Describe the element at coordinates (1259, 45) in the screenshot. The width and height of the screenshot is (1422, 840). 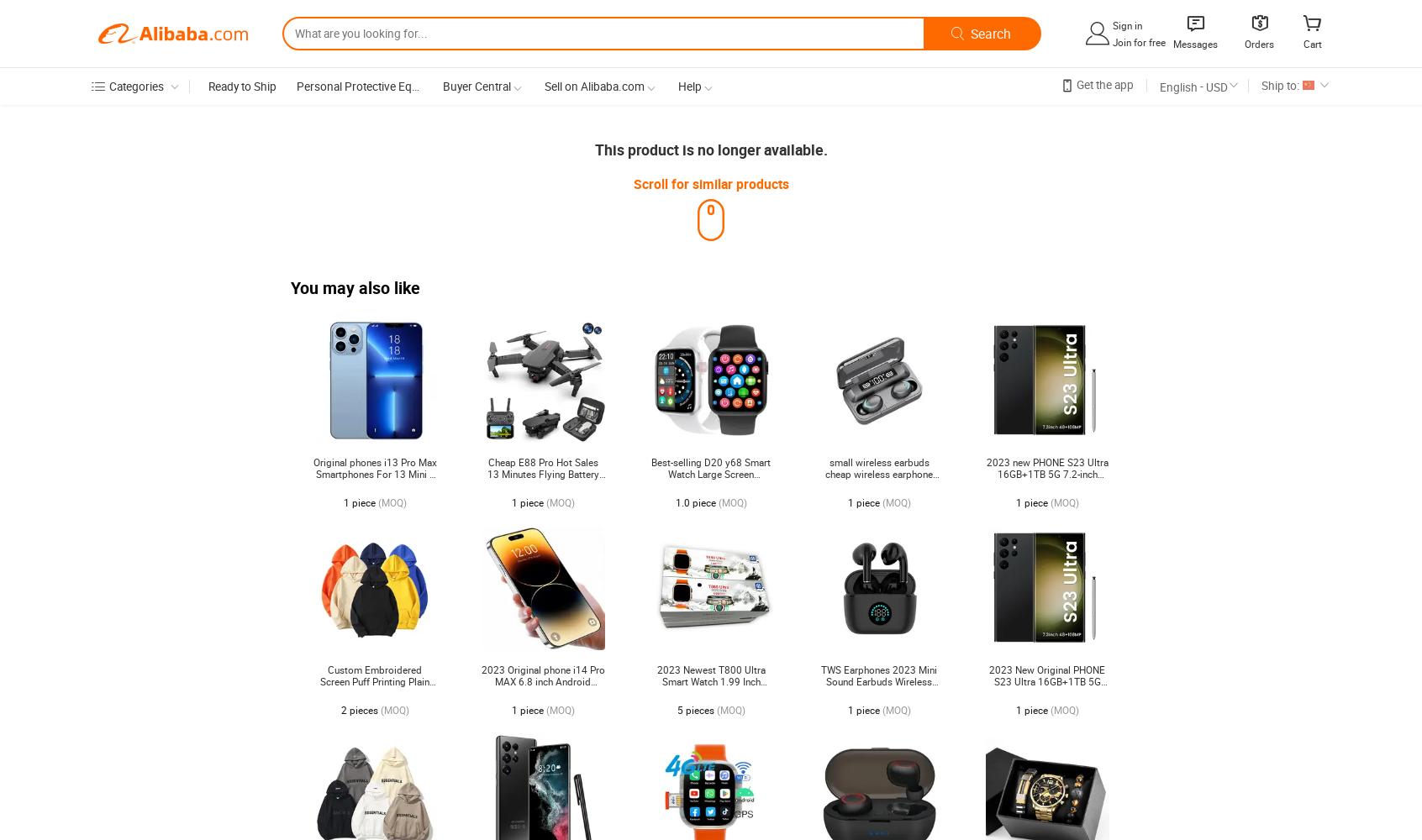
I see `'Orders'` at that location.